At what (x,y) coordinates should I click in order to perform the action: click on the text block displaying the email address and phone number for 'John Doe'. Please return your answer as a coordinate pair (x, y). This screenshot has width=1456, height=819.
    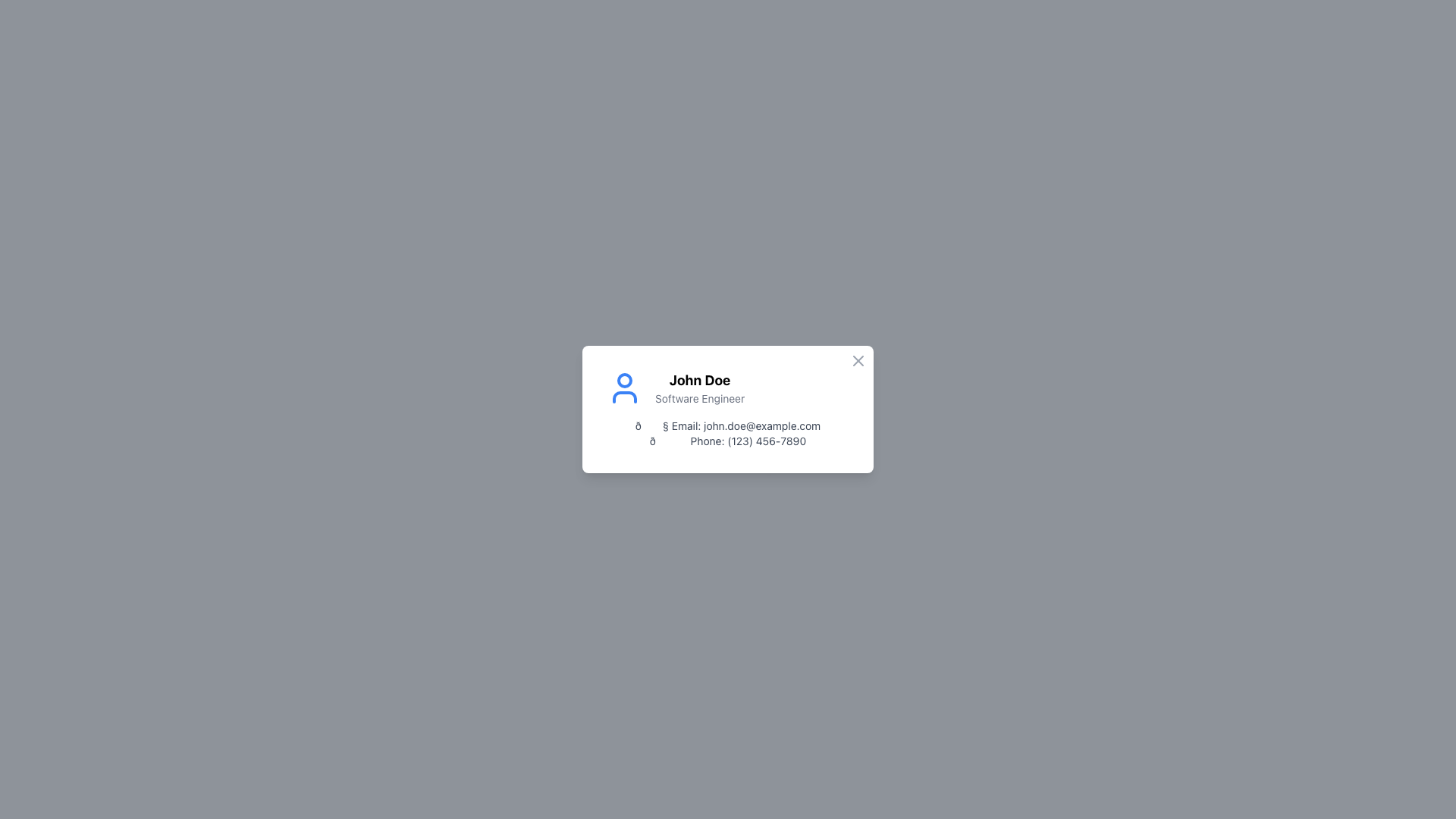
    Looking at the image, I should click on (728, 433).